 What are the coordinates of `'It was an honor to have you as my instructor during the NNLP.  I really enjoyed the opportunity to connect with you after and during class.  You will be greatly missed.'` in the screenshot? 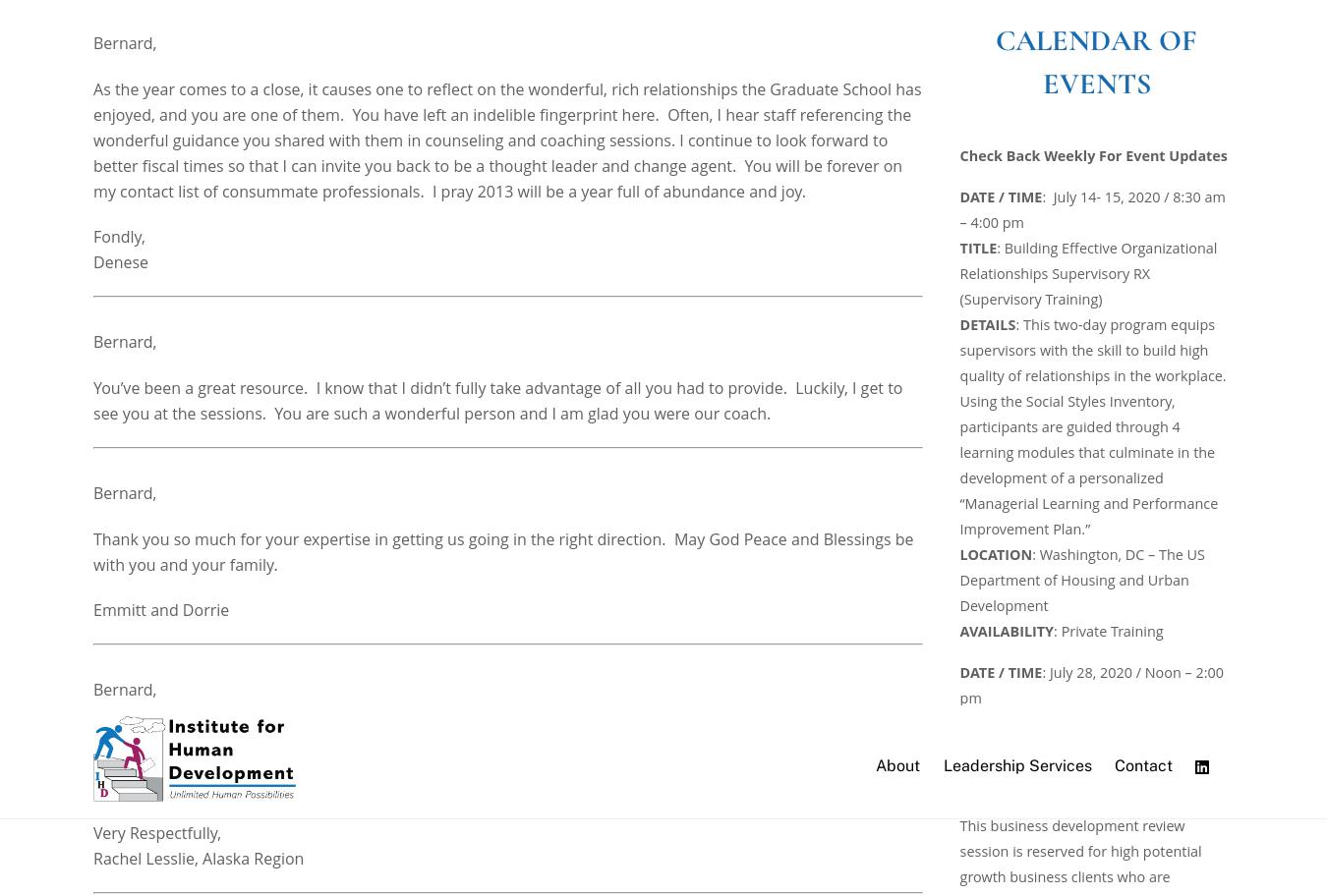 It's located at (92, 112).